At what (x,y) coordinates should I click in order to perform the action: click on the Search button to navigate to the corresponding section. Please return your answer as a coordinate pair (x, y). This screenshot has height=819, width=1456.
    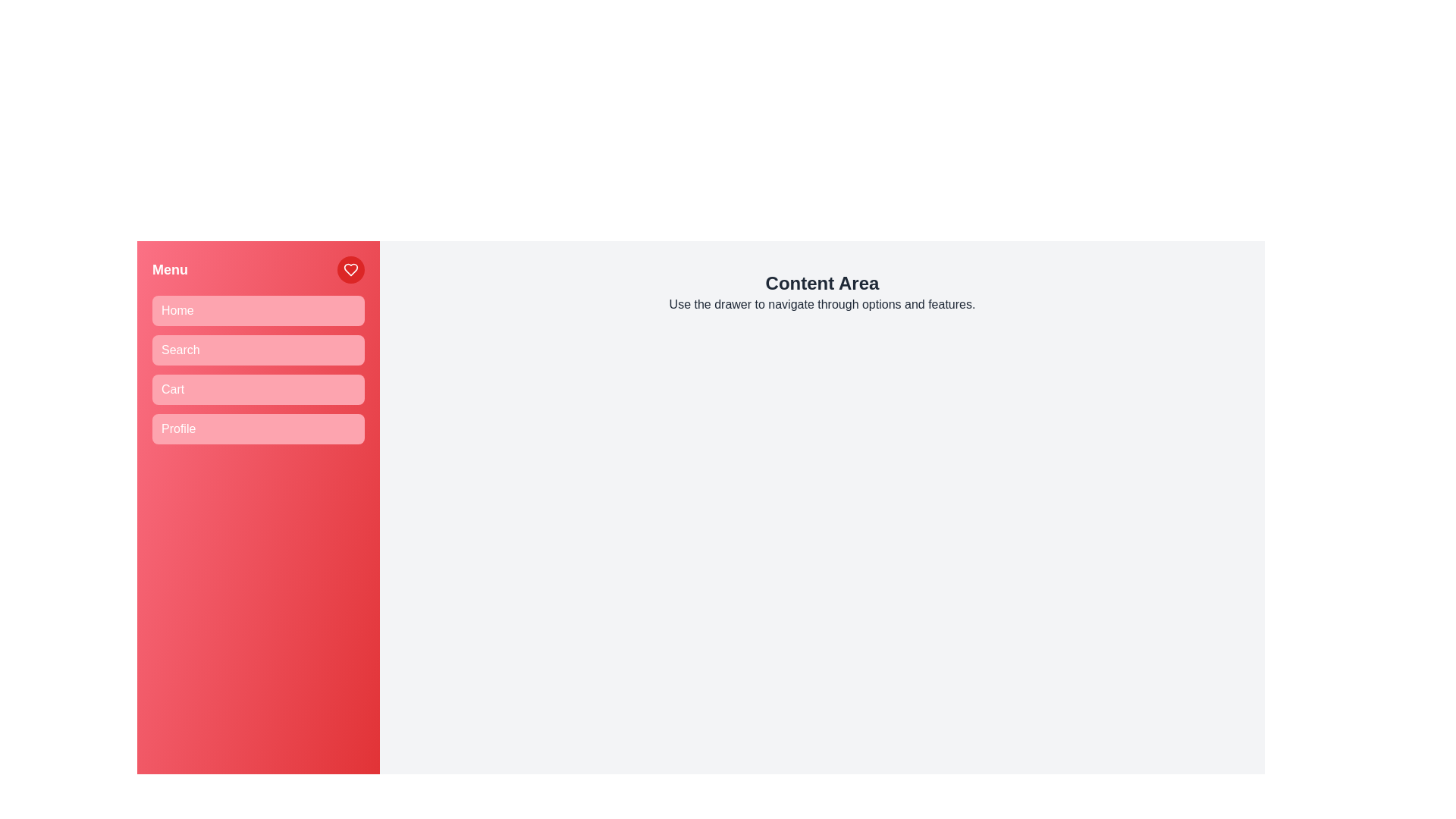
    Looking at the image, I should click on (258, 350).